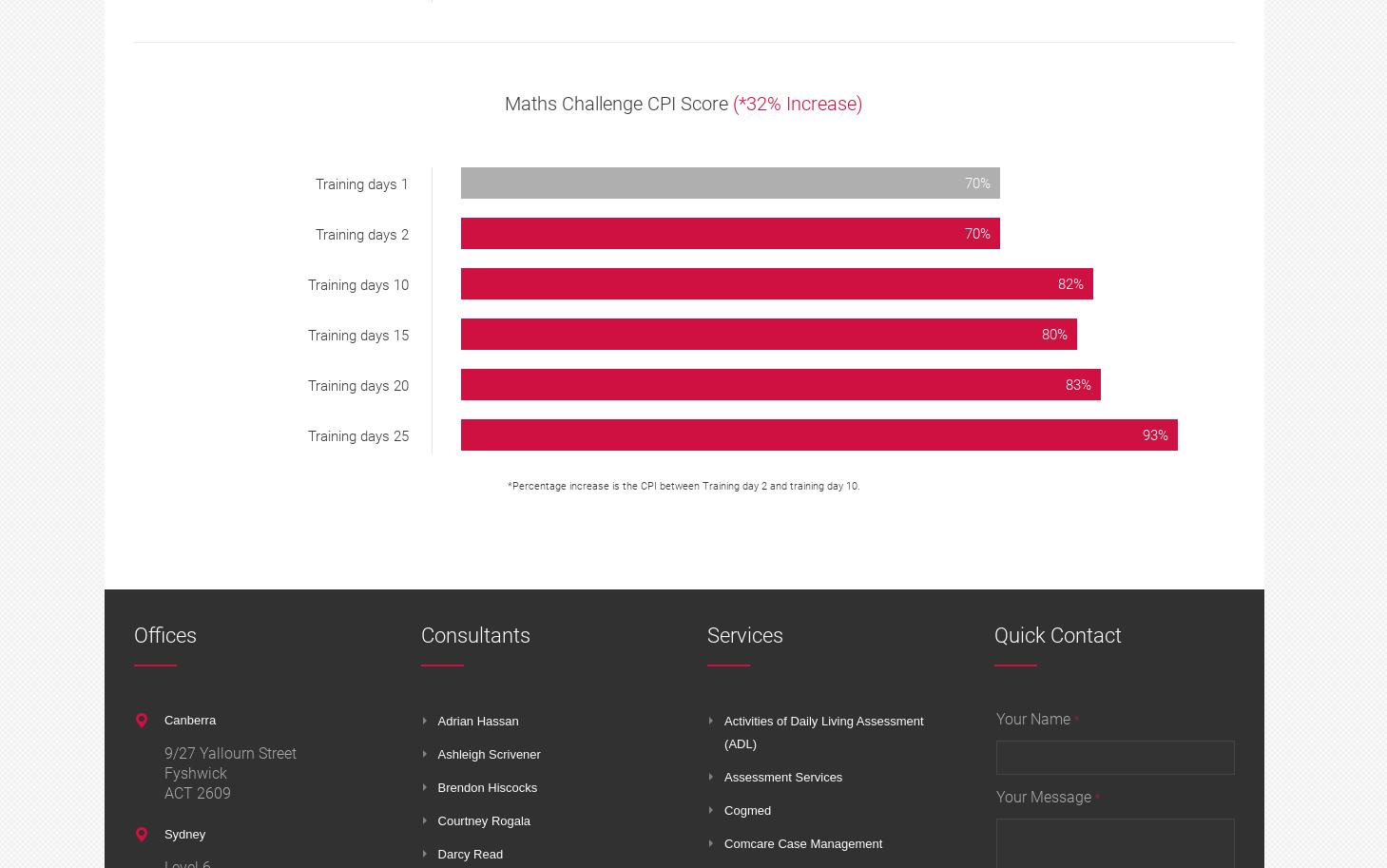 Image resolution: width=1387 pixels, height=868 pixels. Describe the element at coordinates (358, 385) in the screenshot. I see `'Training days 20'` at that location.